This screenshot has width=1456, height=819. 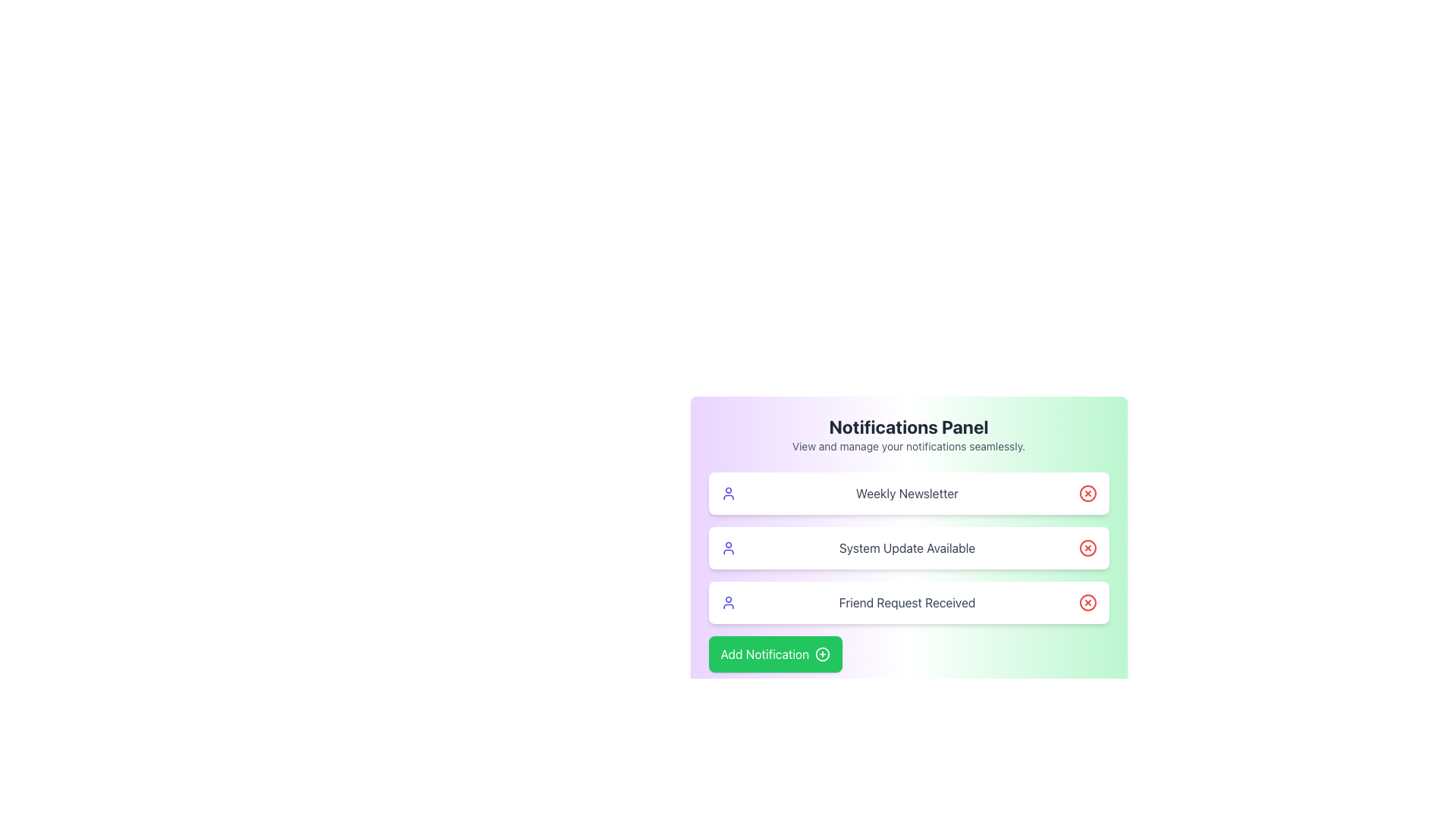 What do you see at coordinates (908, 427) in the screenshot?
I see `the Header text in the notification panel, which serves as the title and provides context for the panel` at bounding box center [908, 427].